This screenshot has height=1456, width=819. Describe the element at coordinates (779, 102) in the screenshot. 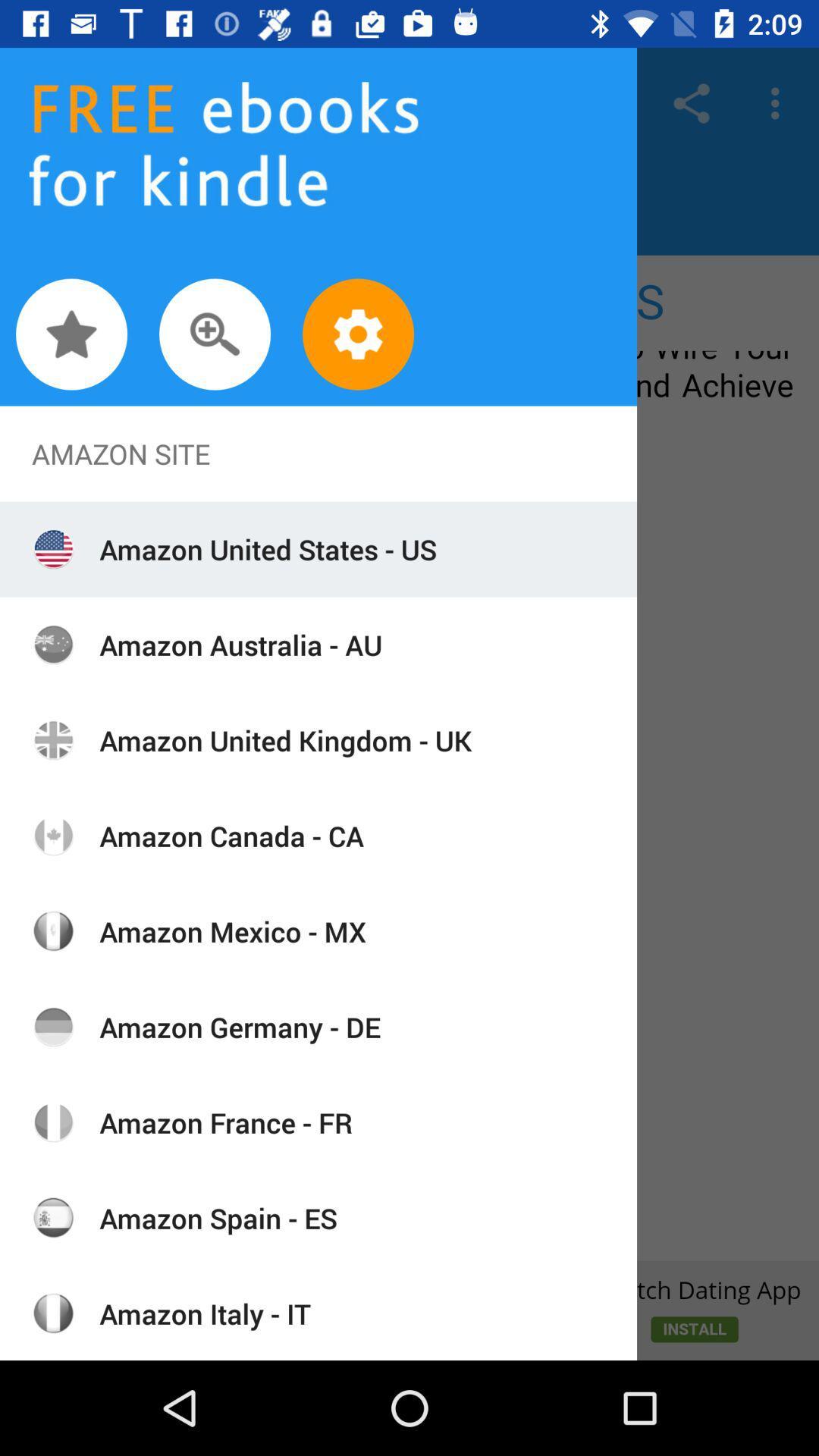

I see `the more icon` at that location.